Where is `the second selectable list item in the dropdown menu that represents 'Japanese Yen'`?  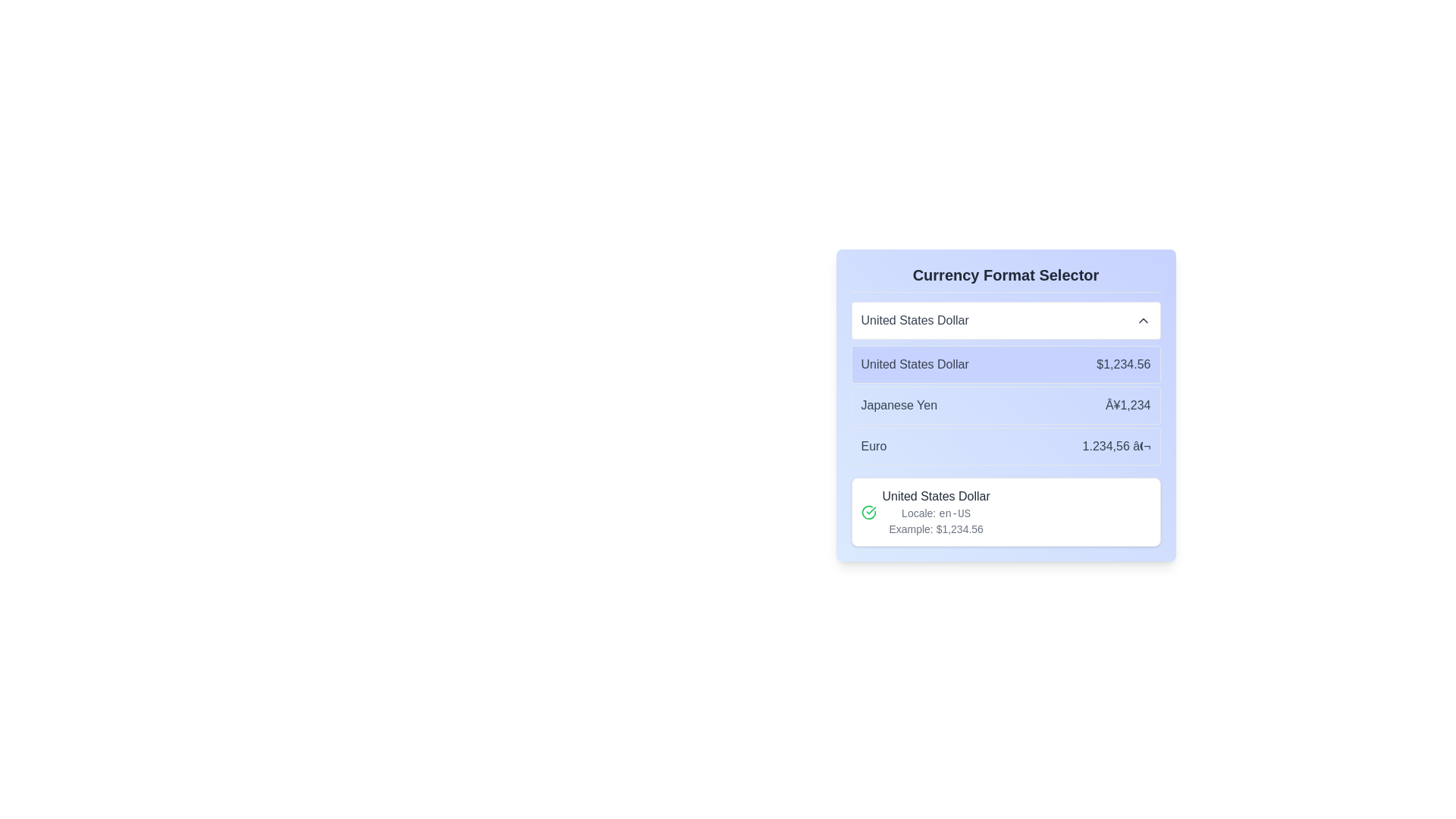
the second selectable list item in the dropdown menu that represents 'Japanese Yen' is located at coordinates (1006, 405).